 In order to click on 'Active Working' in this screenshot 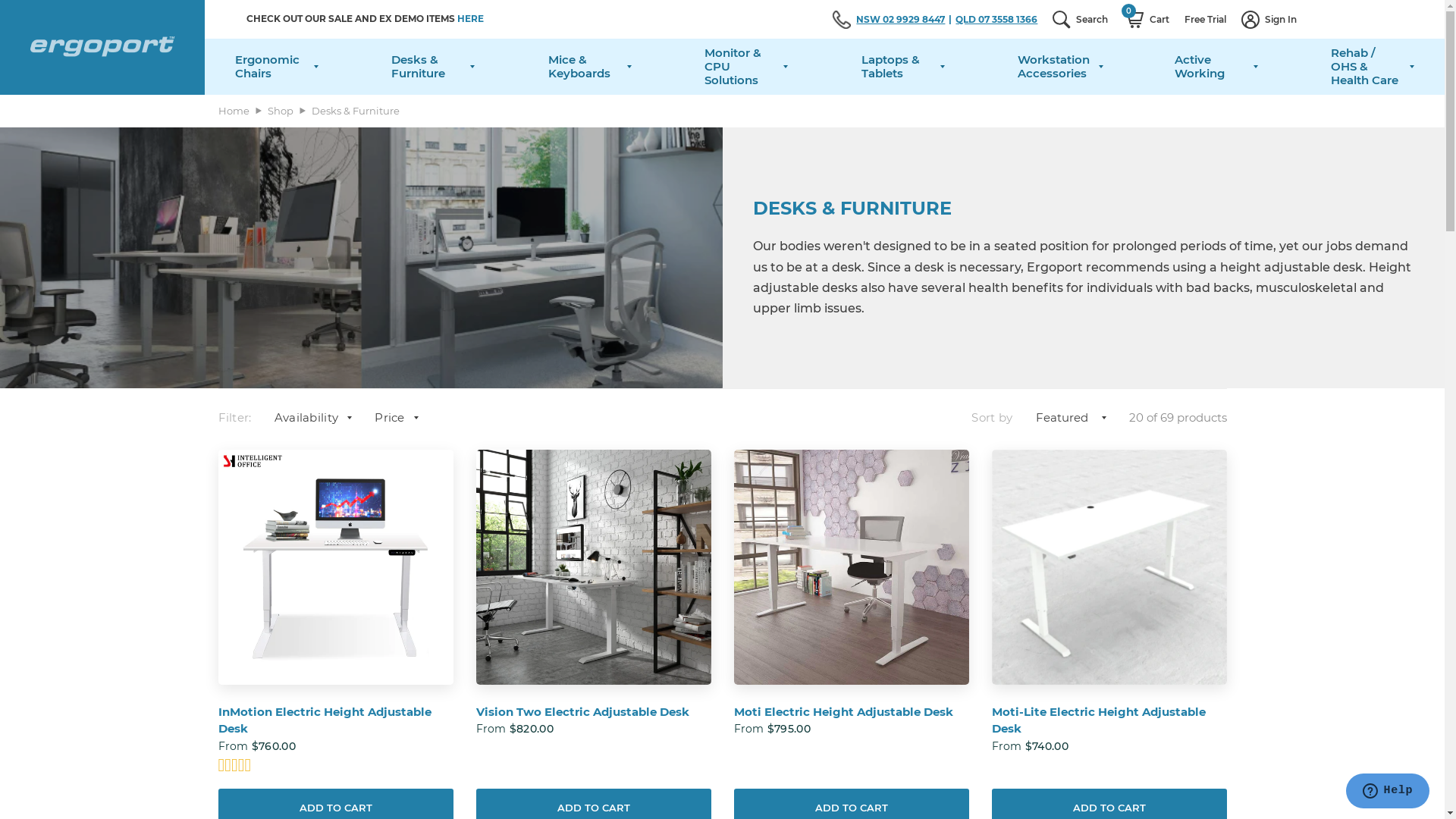, I will do `click(1216, 66)`.